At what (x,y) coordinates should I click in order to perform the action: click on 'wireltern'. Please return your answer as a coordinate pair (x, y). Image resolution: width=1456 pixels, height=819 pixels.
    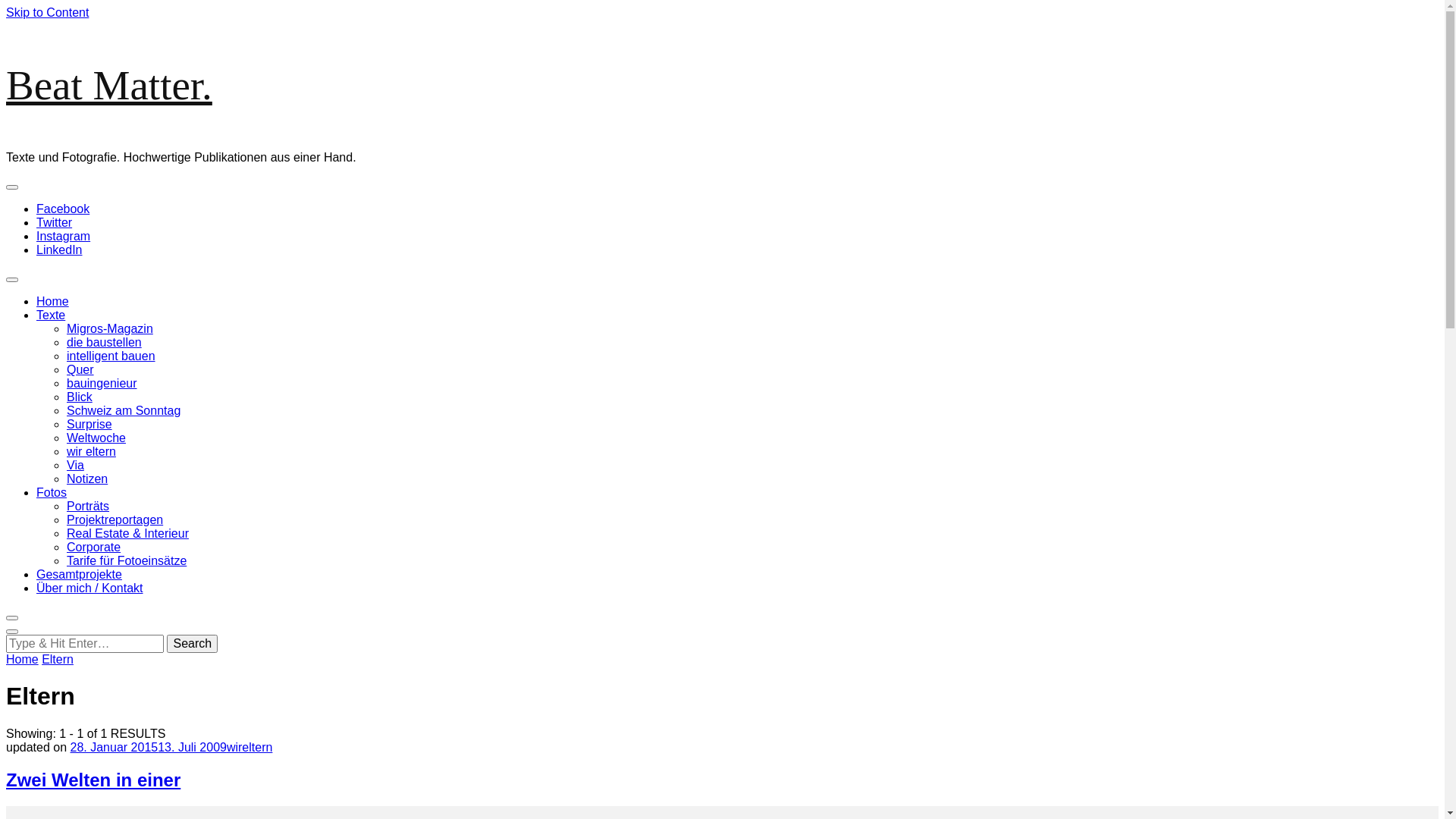
    Looking at the image, I should click on (225, 746).